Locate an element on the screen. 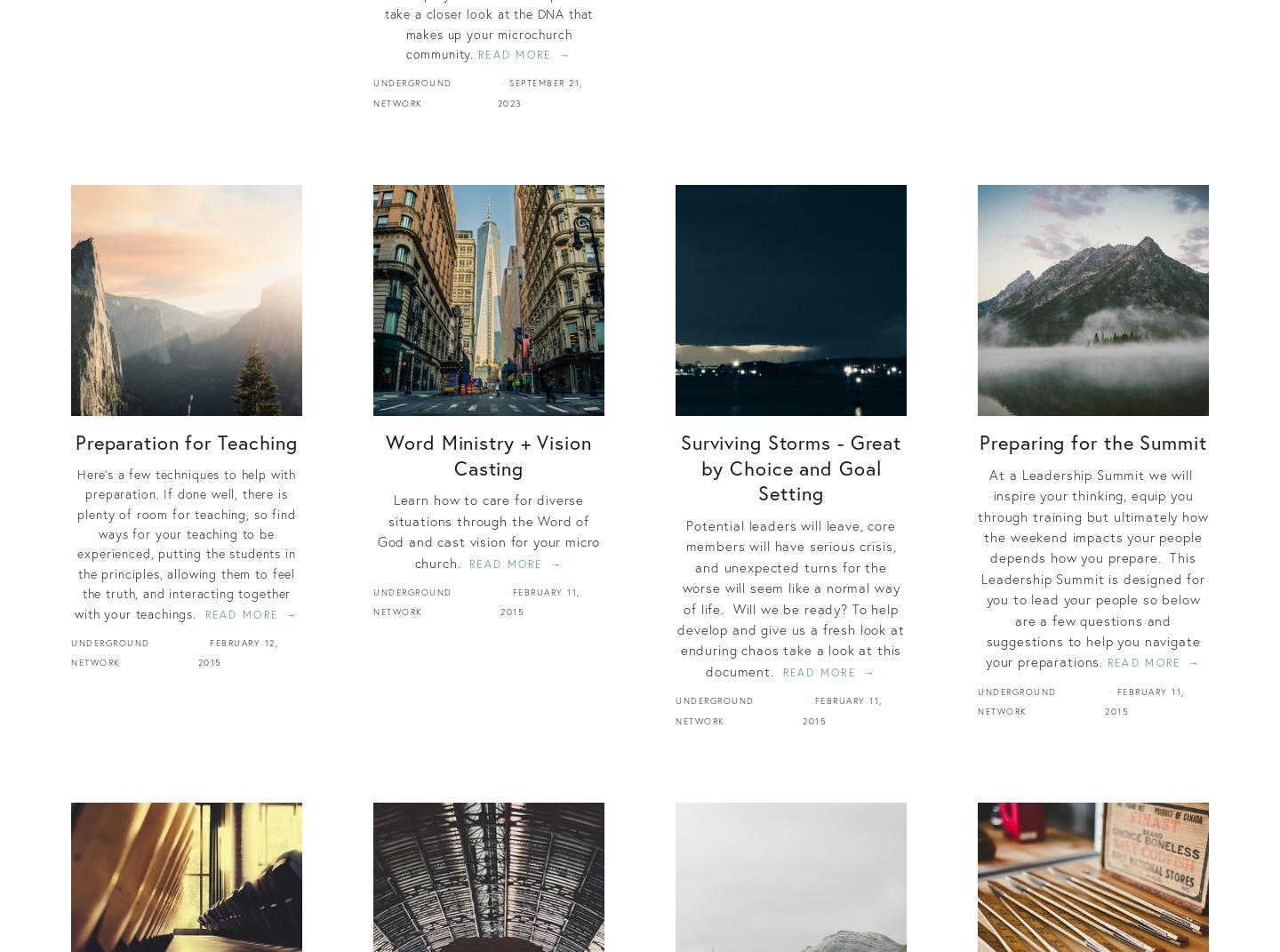  'Potential leaders will leave, core members will have serious crisis, and unexpected turns for the worse will seem like a normal way of life.  Will we be ready? To help develop and give us a fresh look at enduring chaos take a look at this document.' is located at coordinates (676, 596).